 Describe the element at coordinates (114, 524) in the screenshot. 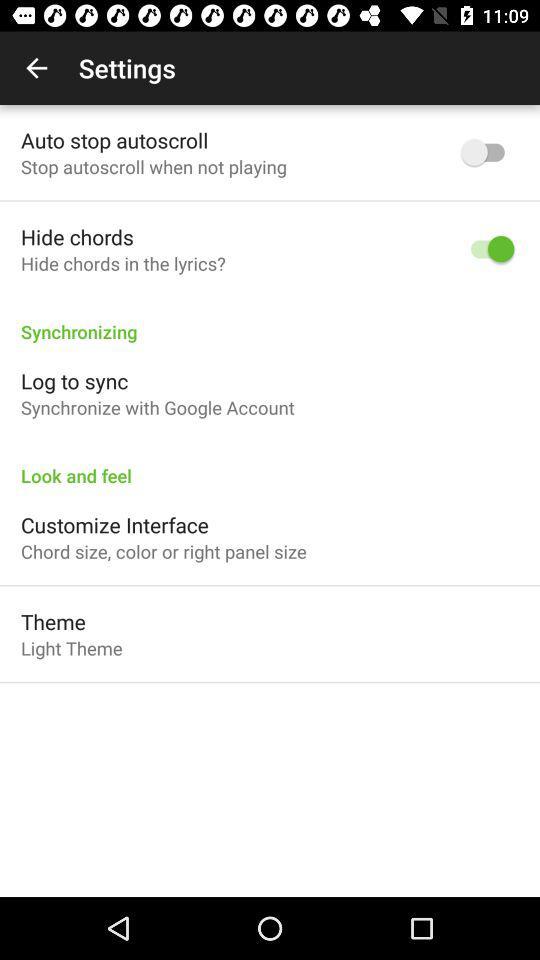

I see `the icon below look and feel` at that location.